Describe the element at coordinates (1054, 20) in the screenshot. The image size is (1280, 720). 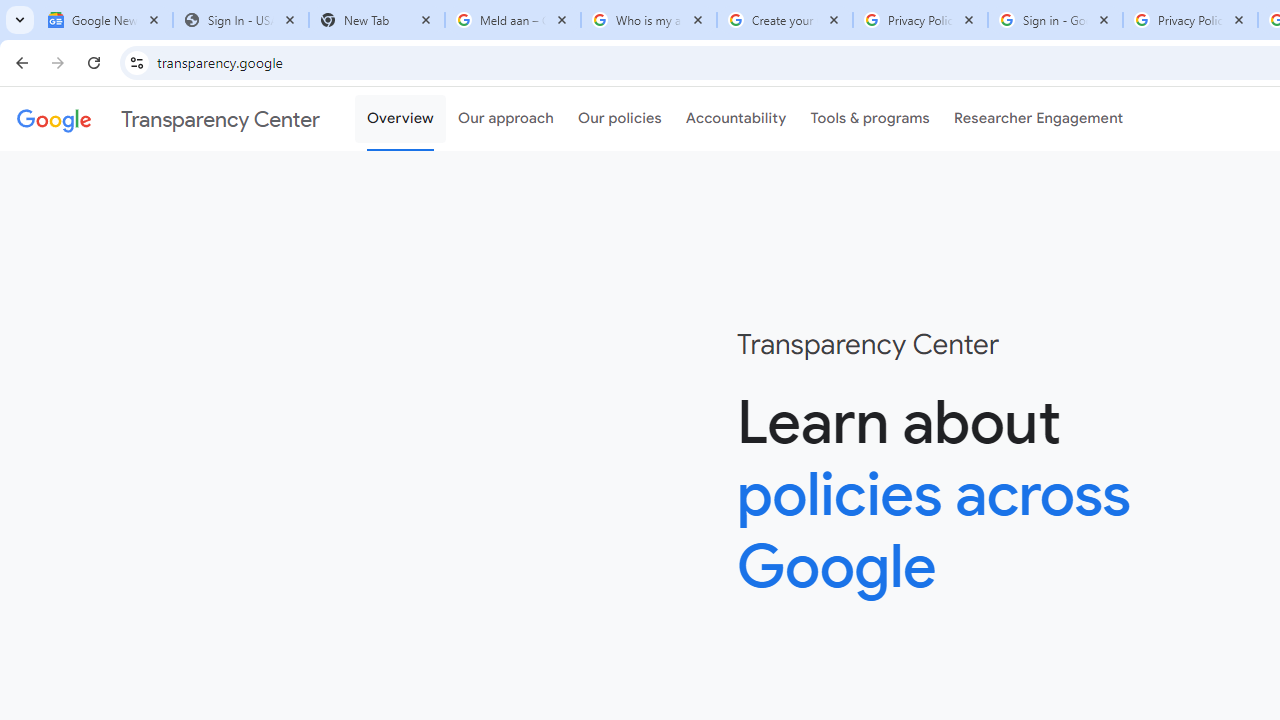
I see `'Sign in - Google Accounts'` at that location.